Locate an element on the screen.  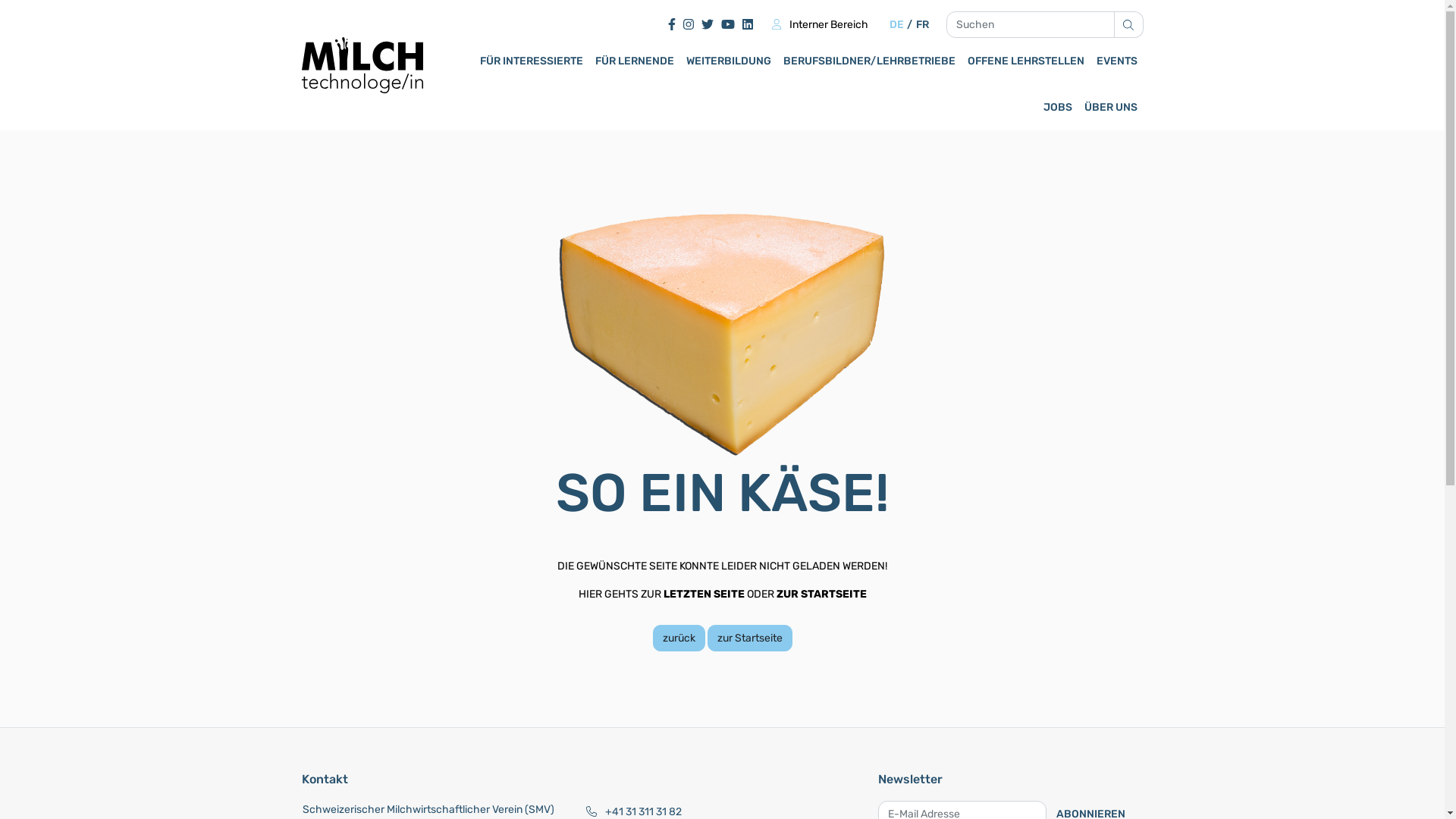
'DE' is located at coordinates (896, 24).